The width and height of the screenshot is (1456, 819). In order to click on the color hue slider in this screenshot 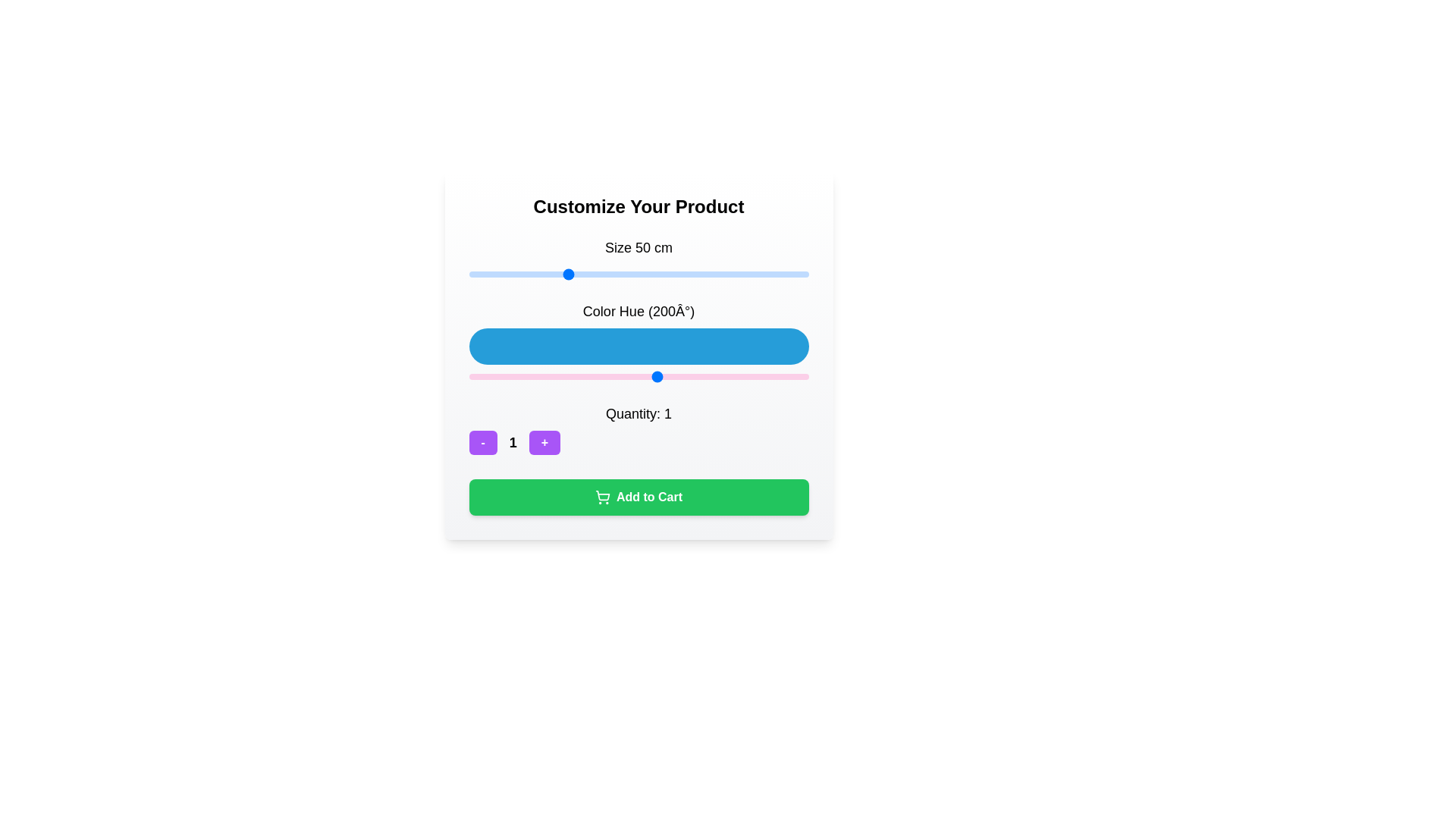, I will do `click(481, 376)`.